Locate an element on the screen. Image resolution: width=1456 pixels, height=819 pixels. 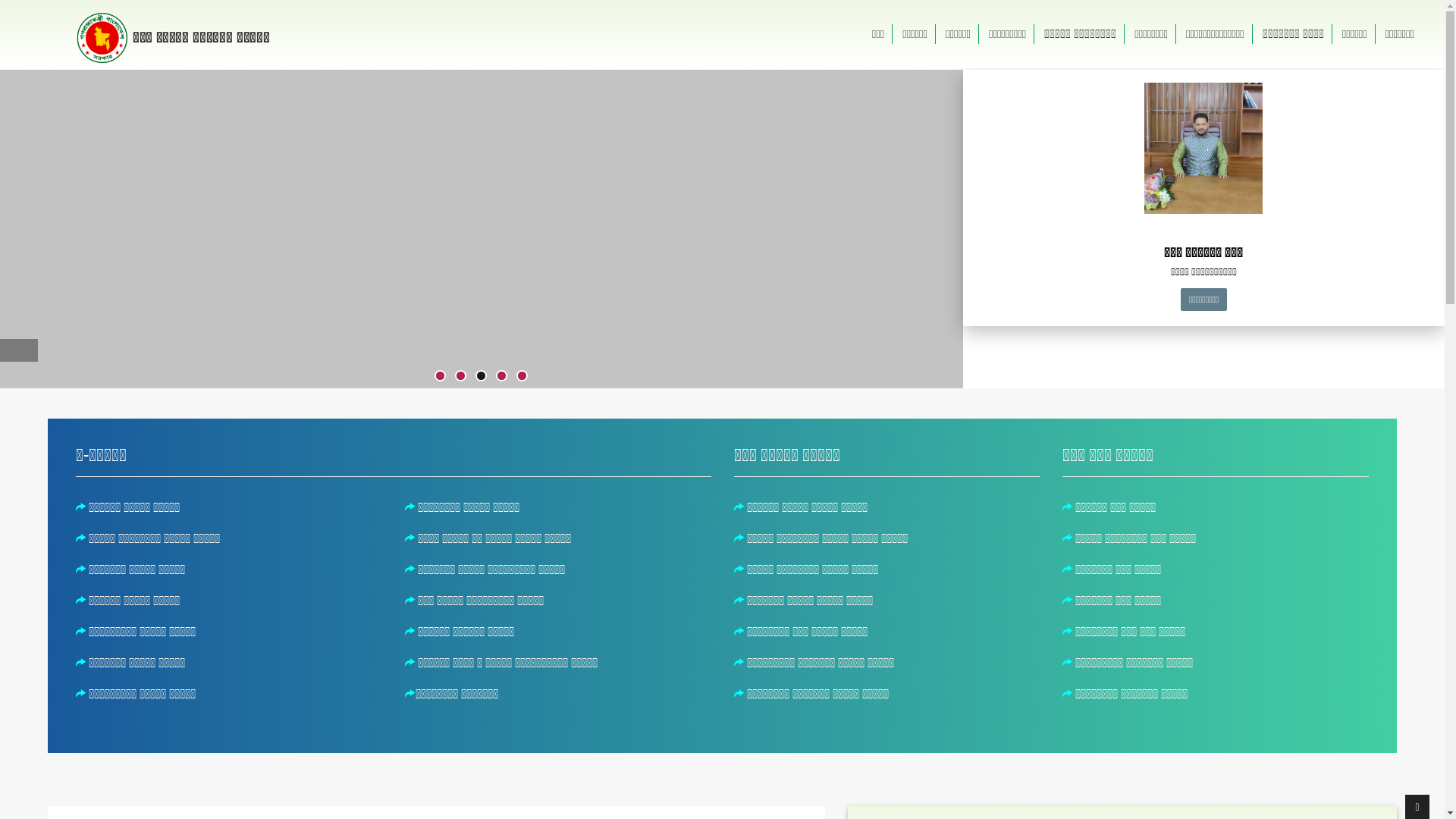
'2' is located at coordinates (460, 375).